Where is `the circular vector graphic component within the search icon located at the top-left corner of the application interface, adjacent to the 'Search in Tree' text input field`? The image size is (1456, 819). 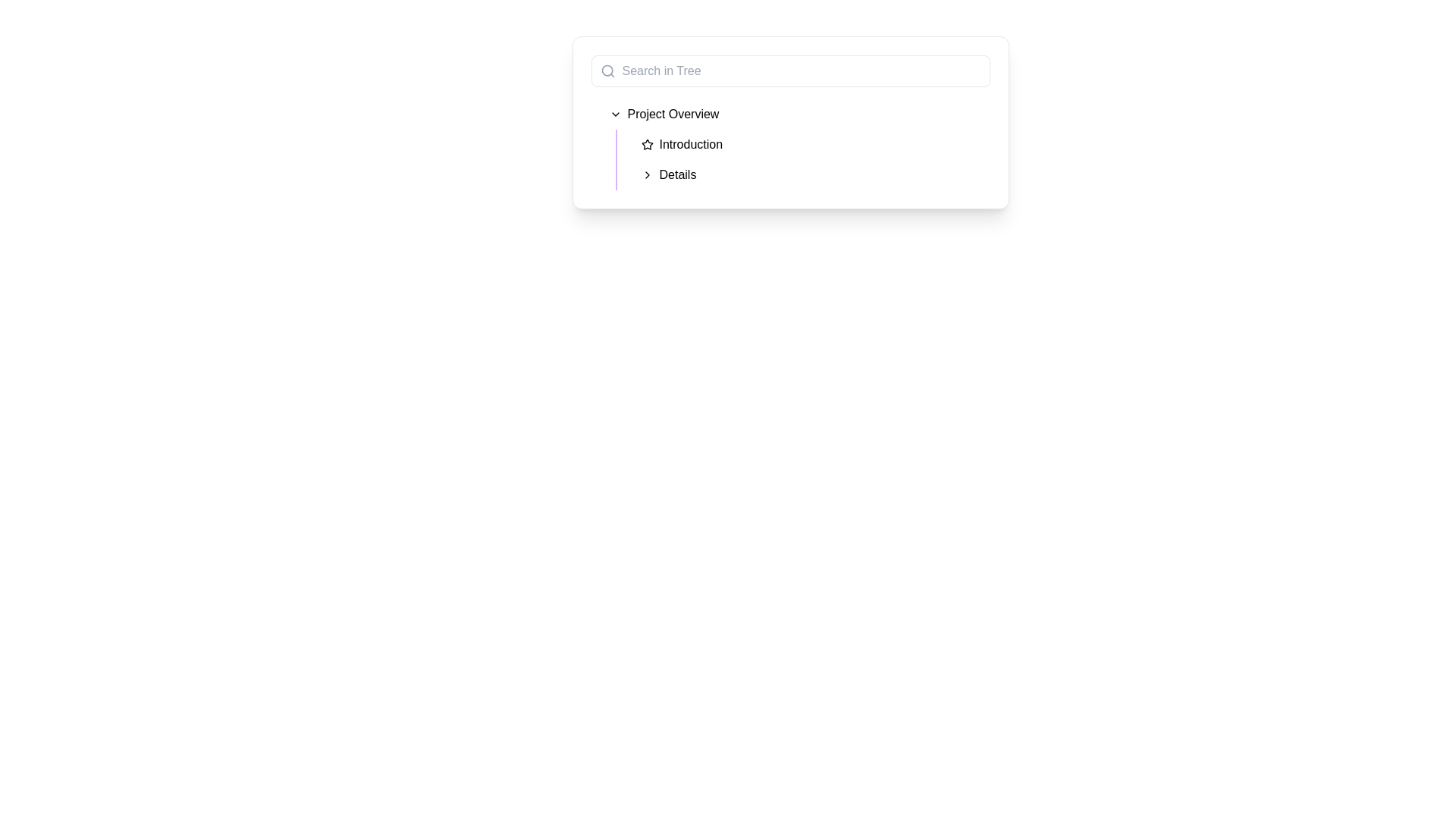 the circular vector graphic component within the search icon located at the top-left corner of the application interface, adjacent to the 'Search in Tree' text input field is located at coordinates (607, 71).